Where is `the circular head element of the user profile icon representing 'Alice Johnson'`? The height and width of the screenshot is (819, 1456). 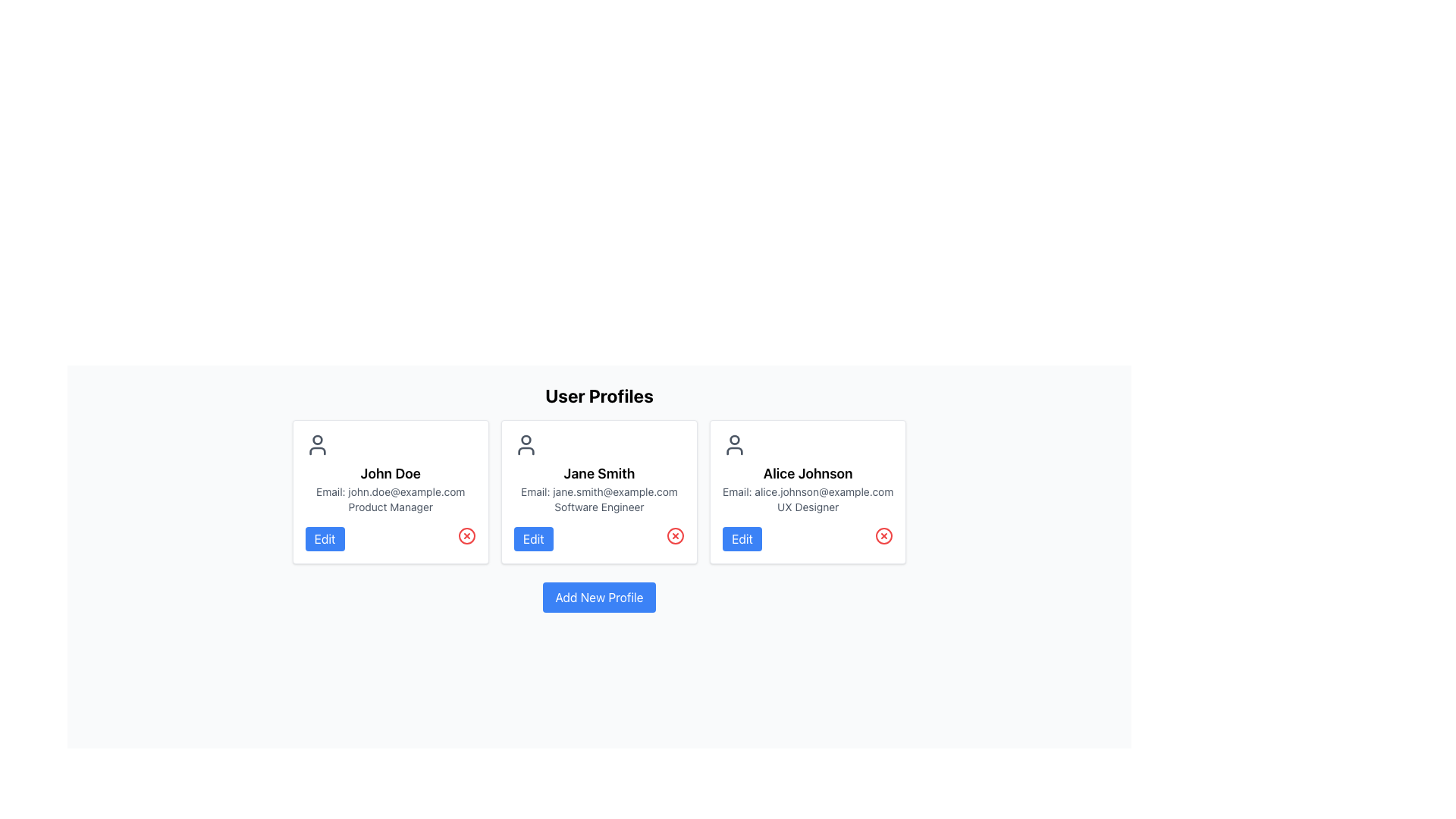
the circular head element of the user profile icon representing 'Alice Johnson' is located at coordinates (735, 440).